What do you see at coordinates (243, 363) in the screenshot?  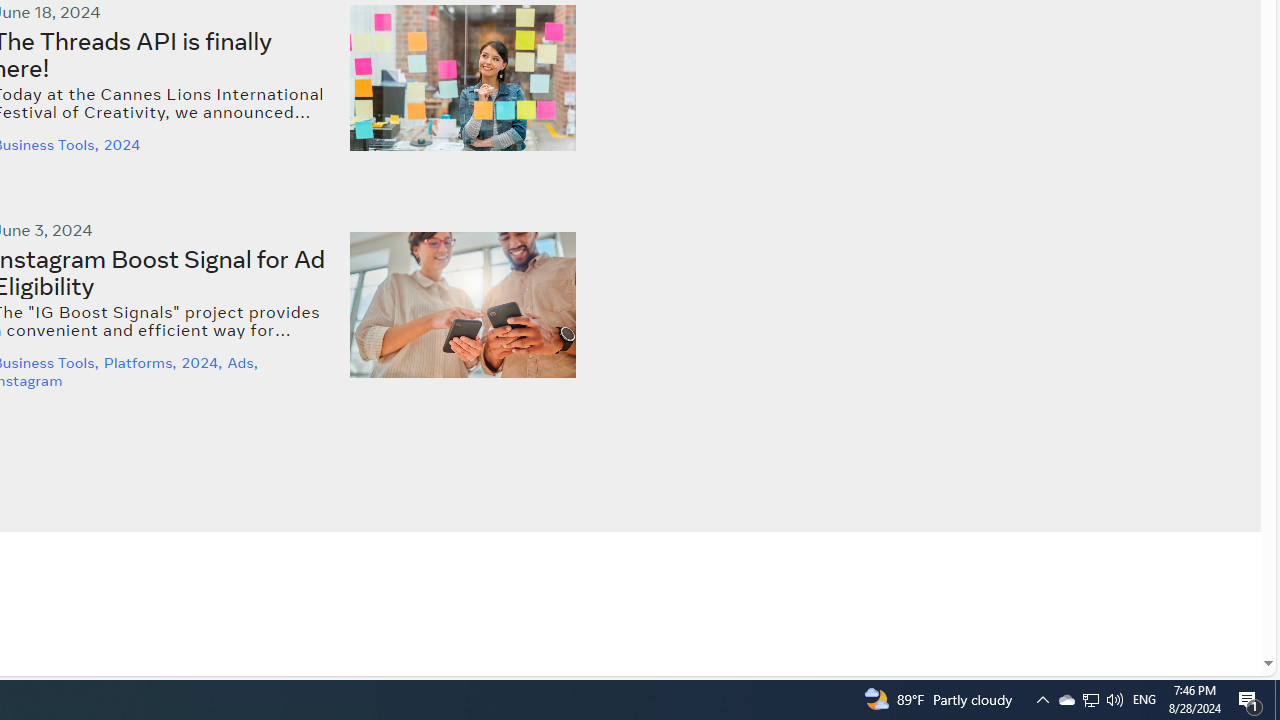 I see `'Ads,'` at bounding box center [243, 363].